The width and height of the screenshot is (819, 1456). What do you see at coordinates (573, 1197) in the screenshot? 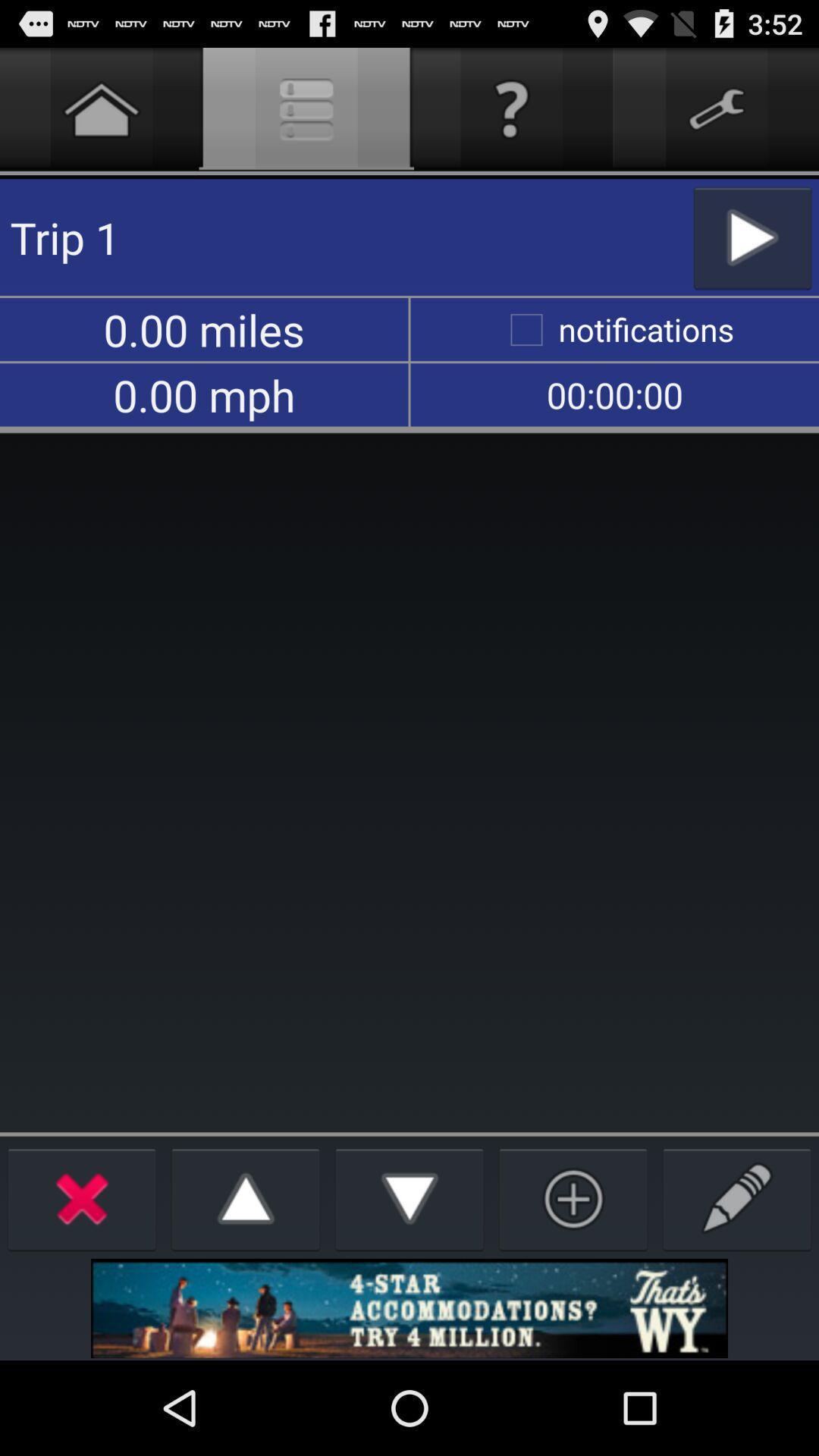
I see `page` at bounding box center [573, 1197].